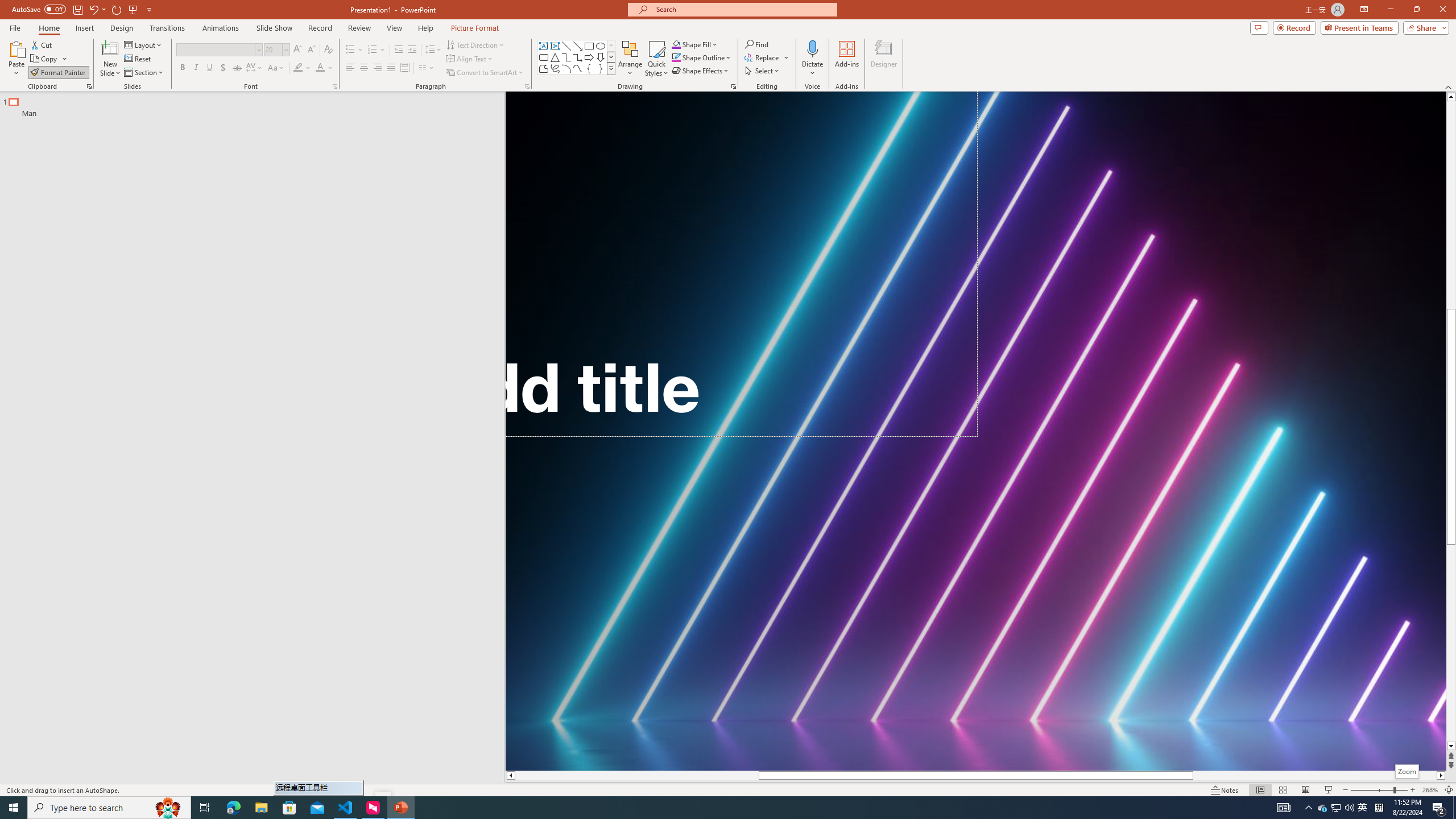 The width and height of the screenshot is (1456, 819). What do you see at coordinates (475, 28) in the screenshot?
I see `'Picture Format'` at bounding box center [475, 28].